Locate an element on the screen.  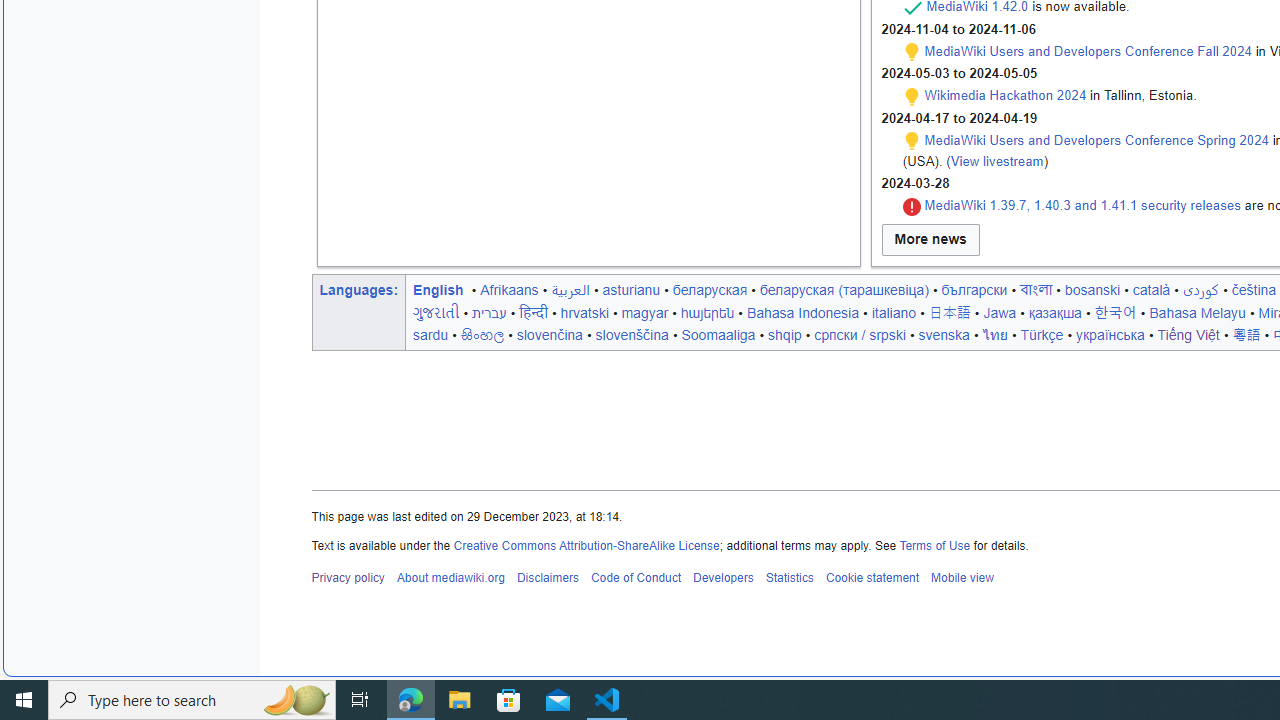
'shqip' is located at coordinates (784, 333).